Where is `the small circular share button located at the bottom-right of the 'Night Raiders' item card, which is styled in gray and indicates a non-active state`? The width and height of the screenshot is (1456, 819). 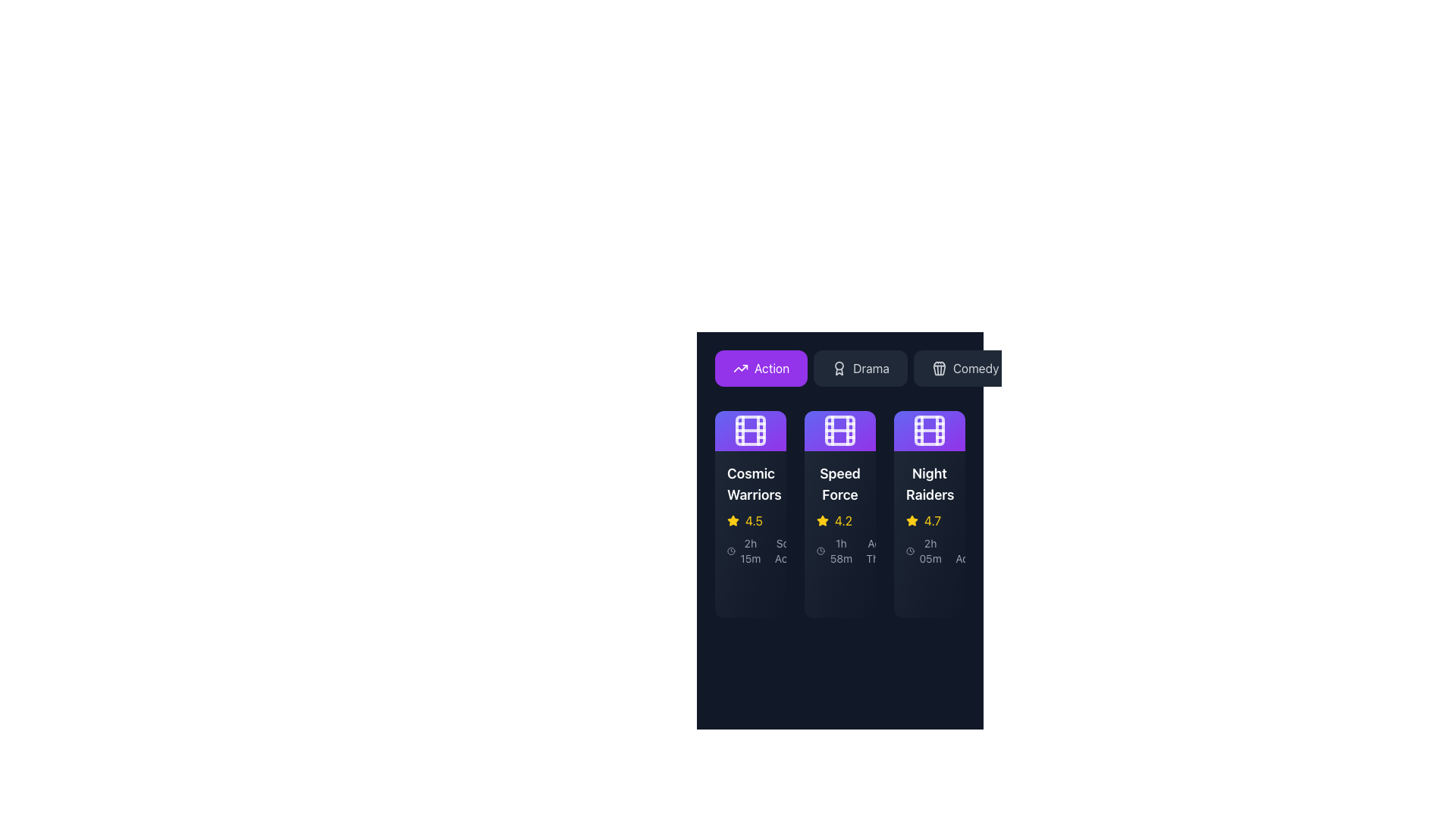 the small circular share button located at the bottom-right of the 'Night Raiders' item card, which is styled in gray and indicates a non-active state is located at coordinates (928, 589).